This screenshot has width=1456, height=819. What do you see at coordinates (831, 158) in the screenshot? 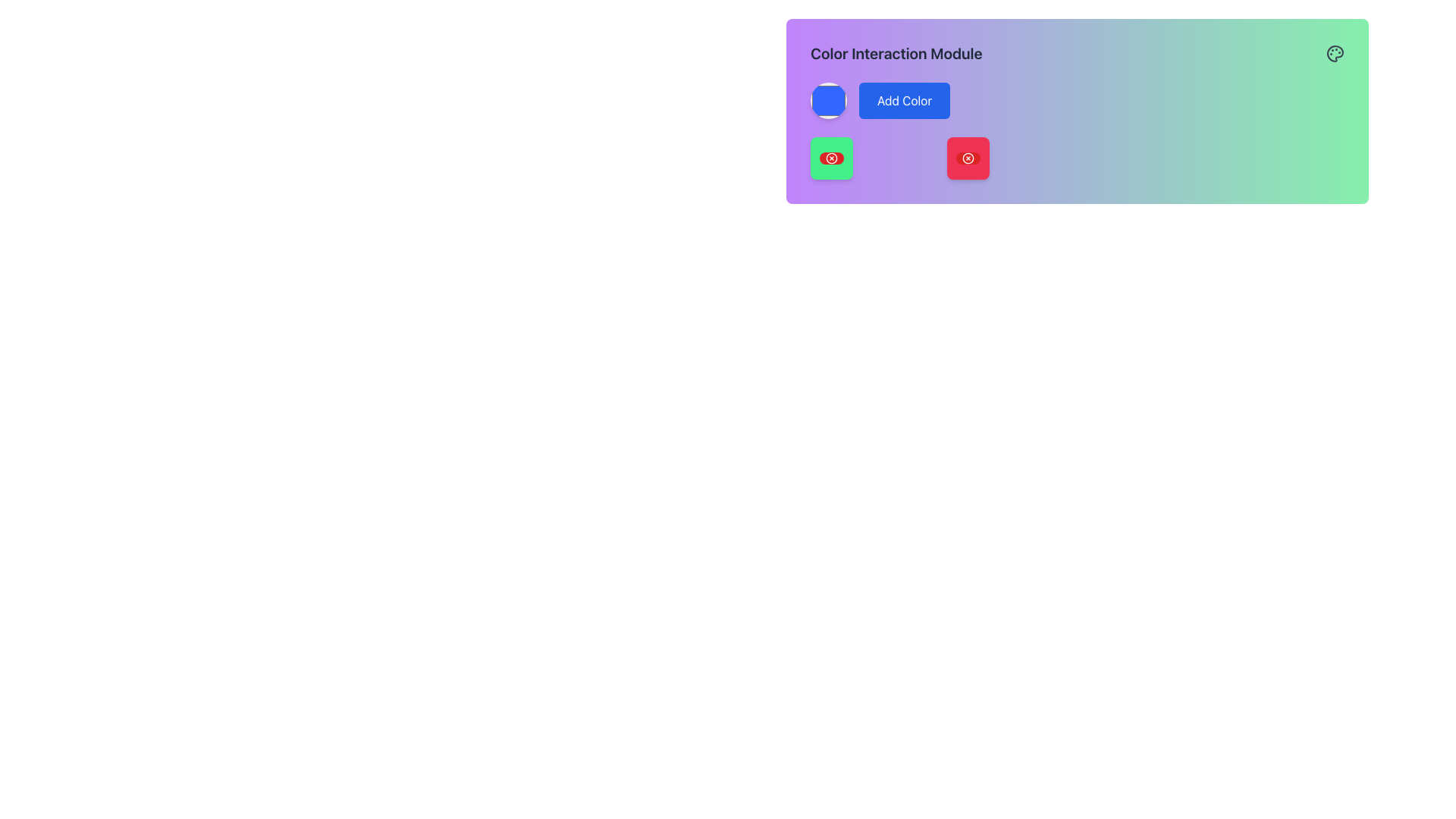
I see `the square green button with rounded corners, which is the first item in the second row of a 4-column grid layout` at bounding box center [831, 158].